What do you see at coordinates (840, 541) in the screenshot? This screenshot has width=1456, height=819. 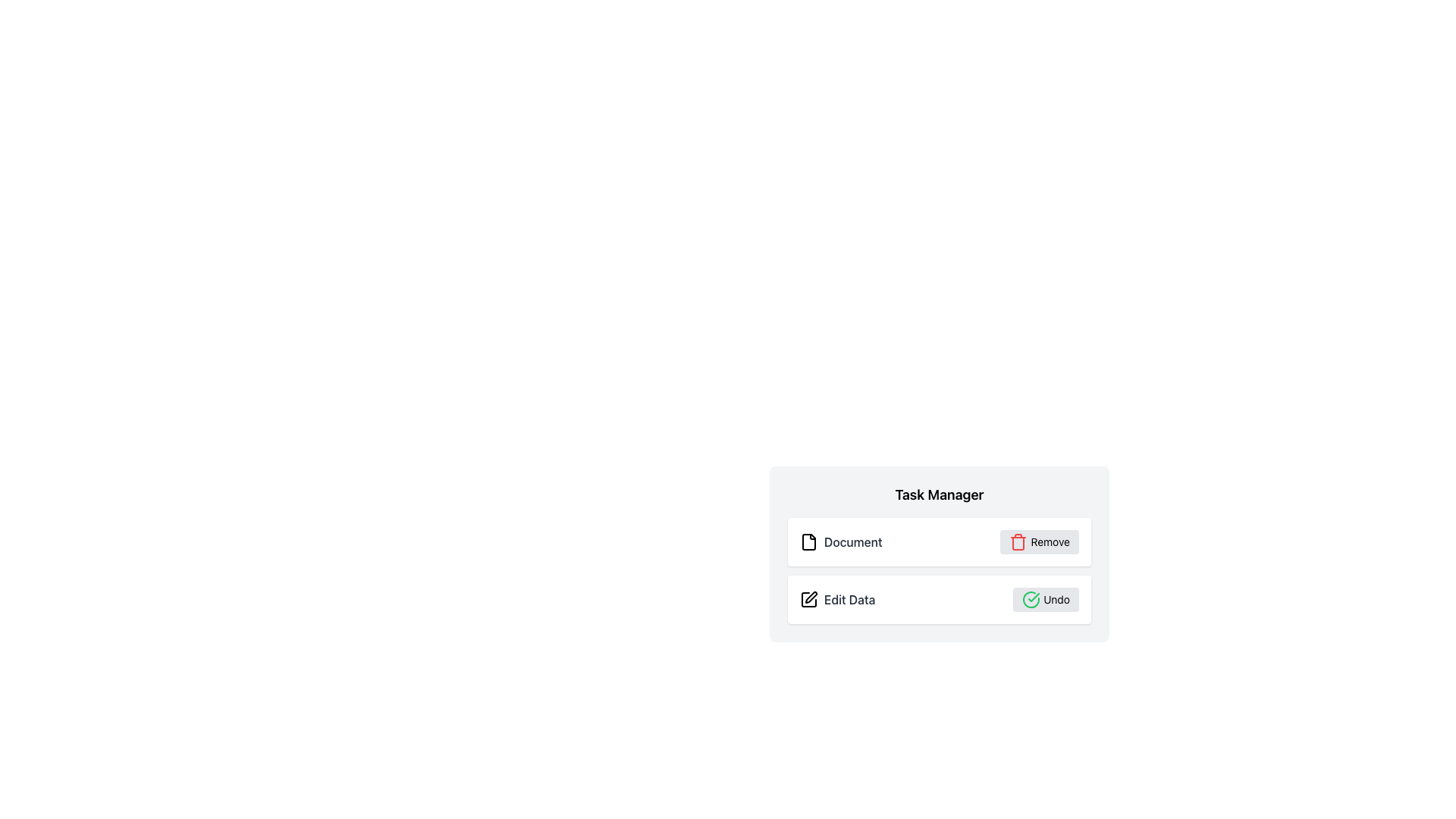 I see `the Label element displaying the text 'Document' next to a file icon, located in the top-left section of the 'Task Manager' group` at bounding box center [840, 541].